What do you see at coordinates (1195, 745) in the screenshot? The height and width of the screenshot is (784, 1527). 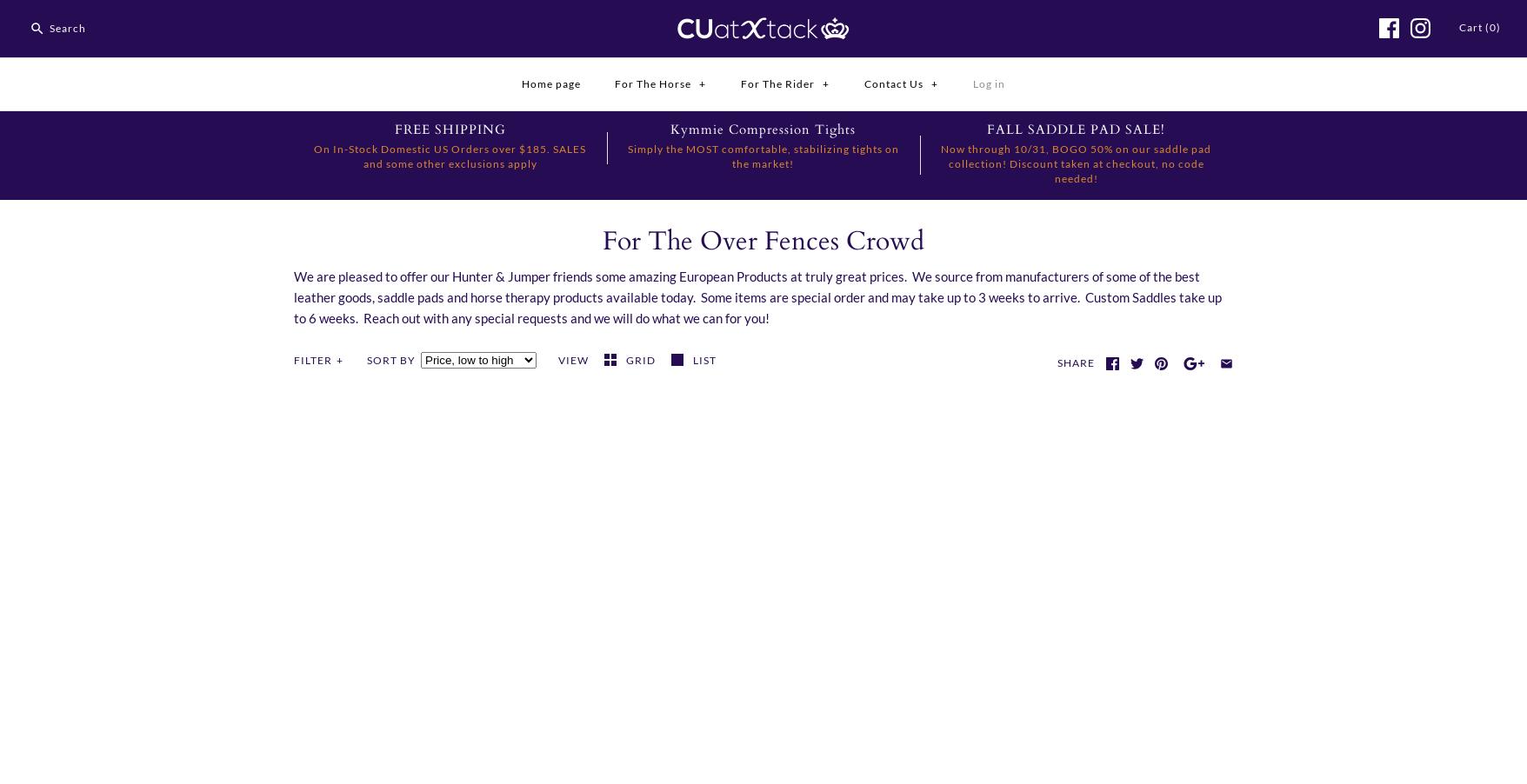 I see `'$31.99'` at bounding box center [1195, 745].